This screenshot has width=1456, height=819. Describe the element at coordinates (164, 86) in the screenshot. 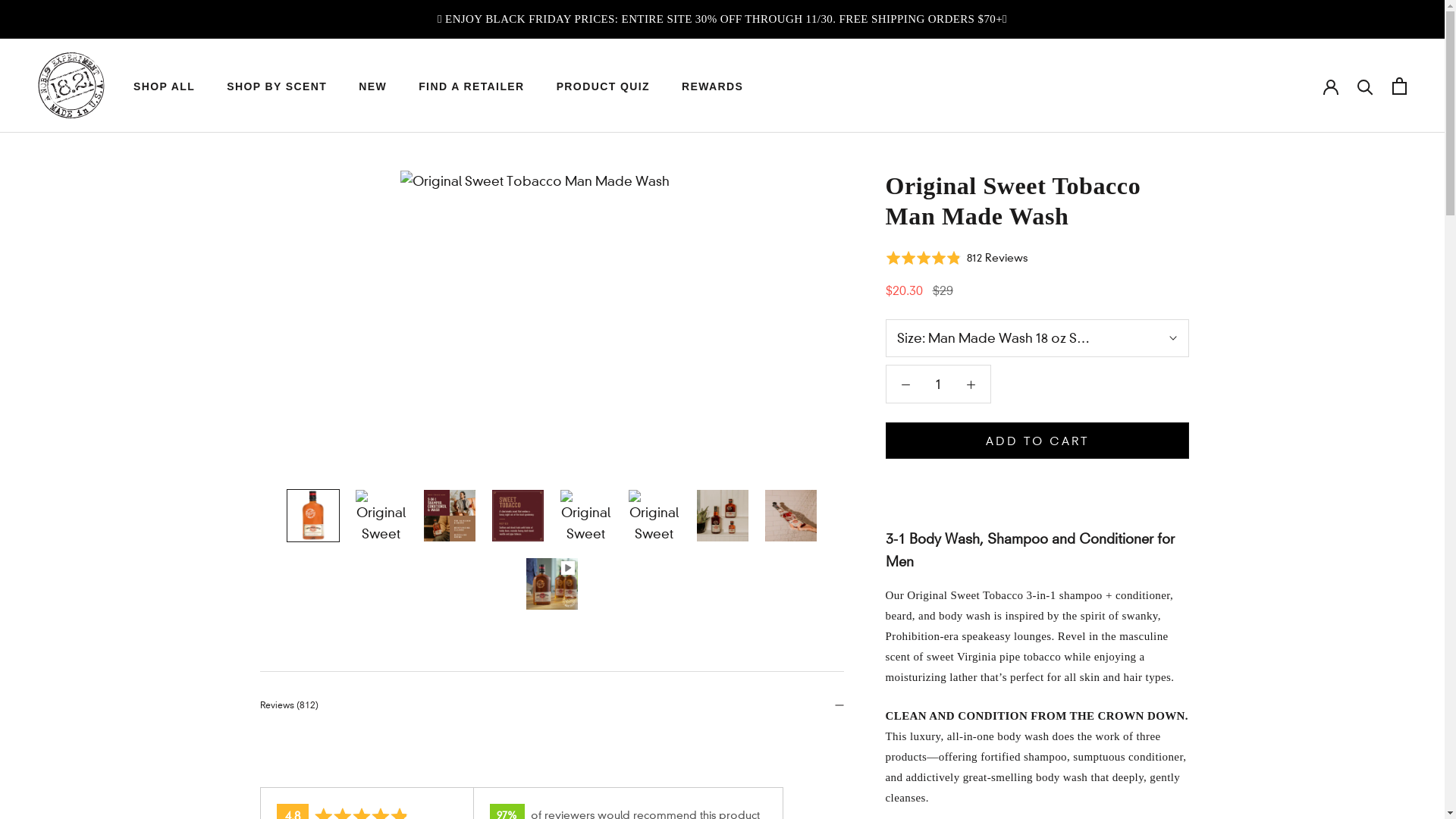

I see `'SHOP ALL'` at that location.